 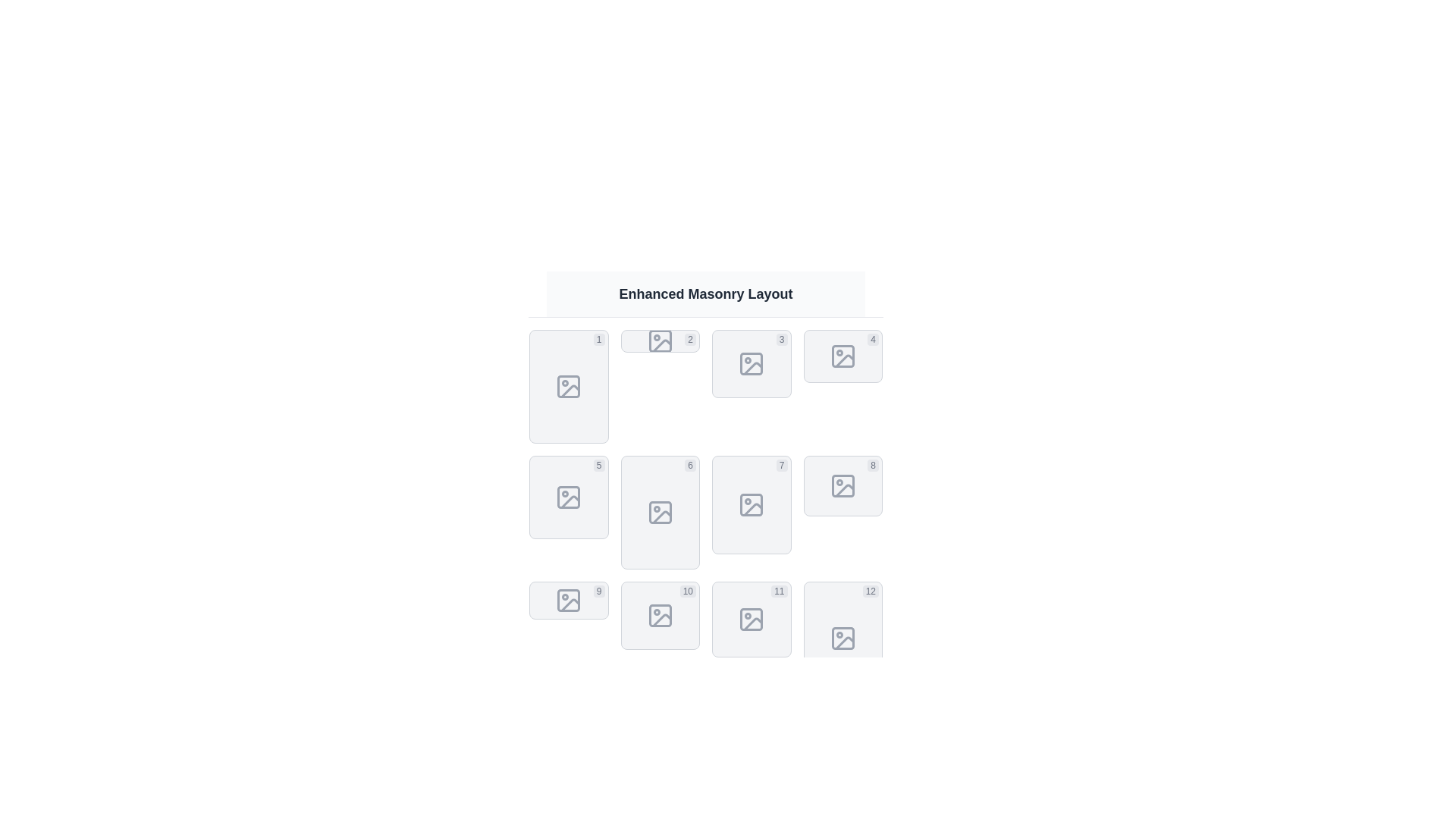 I want to click on the text displayed in the text label or badge located in the top-right corner of the 11th card in the masonry layout, so click(x=779, y=590).